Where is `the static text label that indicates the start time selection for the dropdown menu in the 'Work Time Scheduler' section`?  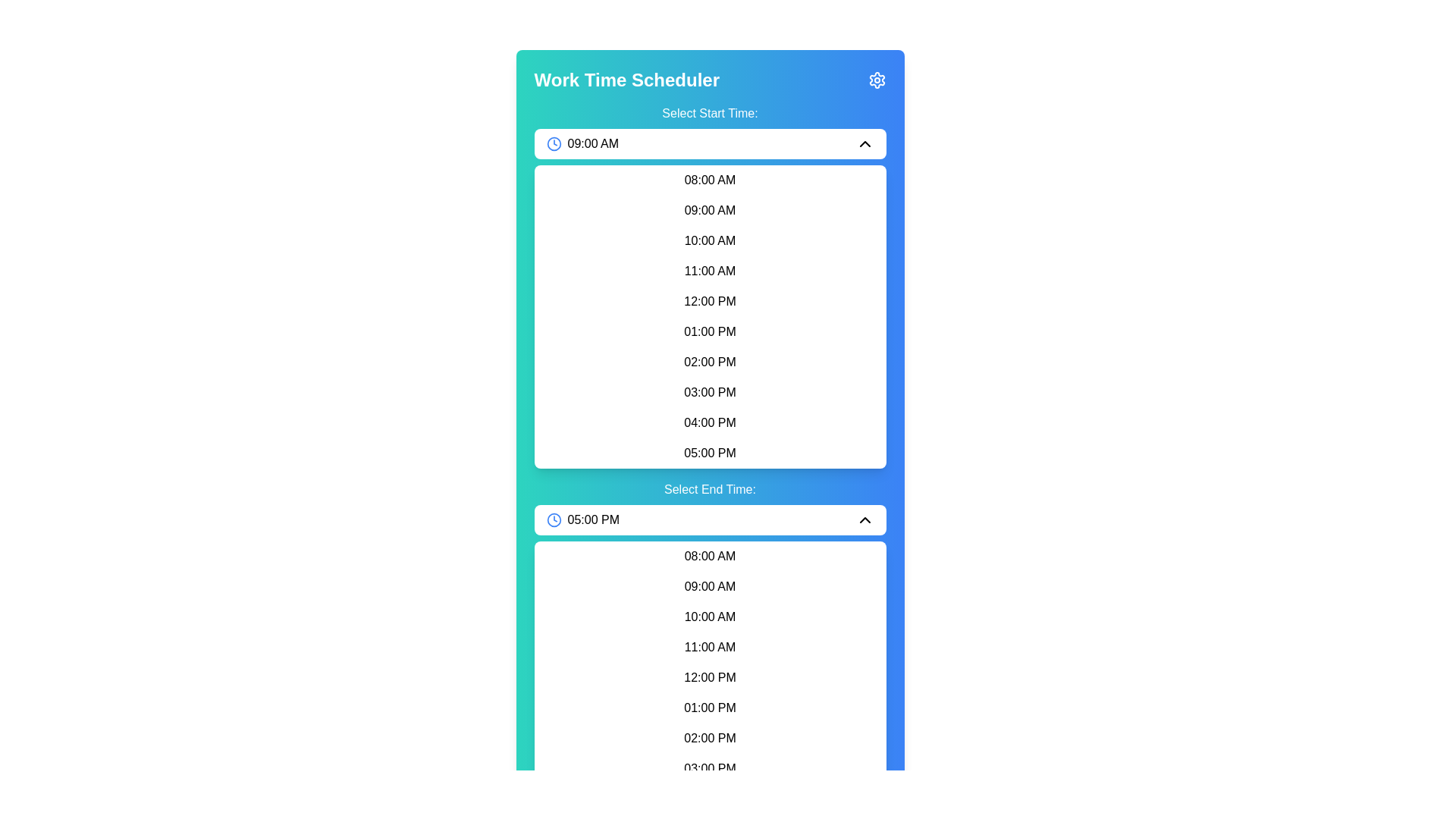
the static text label that indicates the start time selection for the dropdown menu in the 'Work Time Scheduler' section is located at coordinates (709, 113).